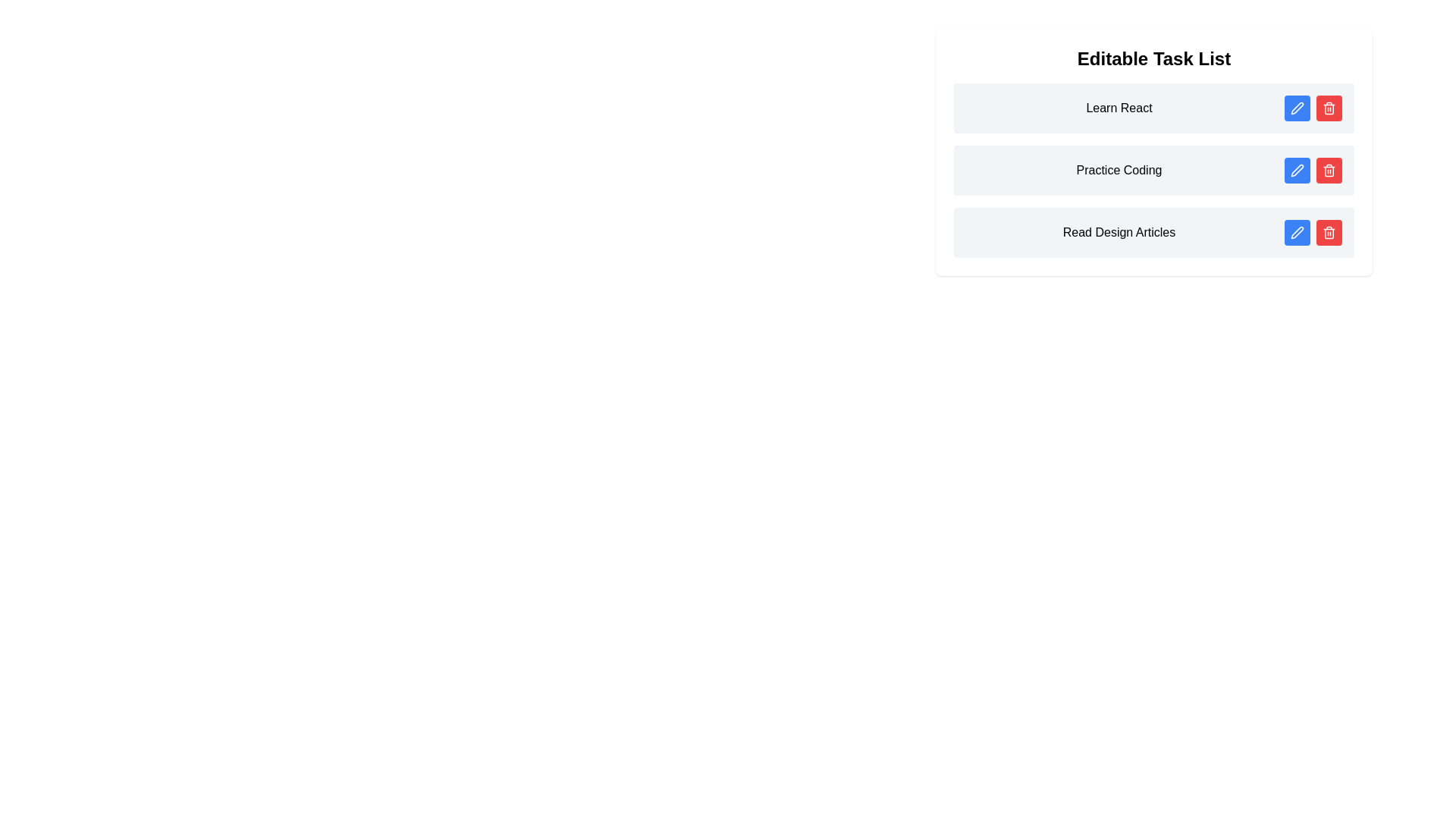 The image size is (1456, 819). I want to click on the icon button next to the 'Learn React' task to observe the hover effects, so click(1296, 107).